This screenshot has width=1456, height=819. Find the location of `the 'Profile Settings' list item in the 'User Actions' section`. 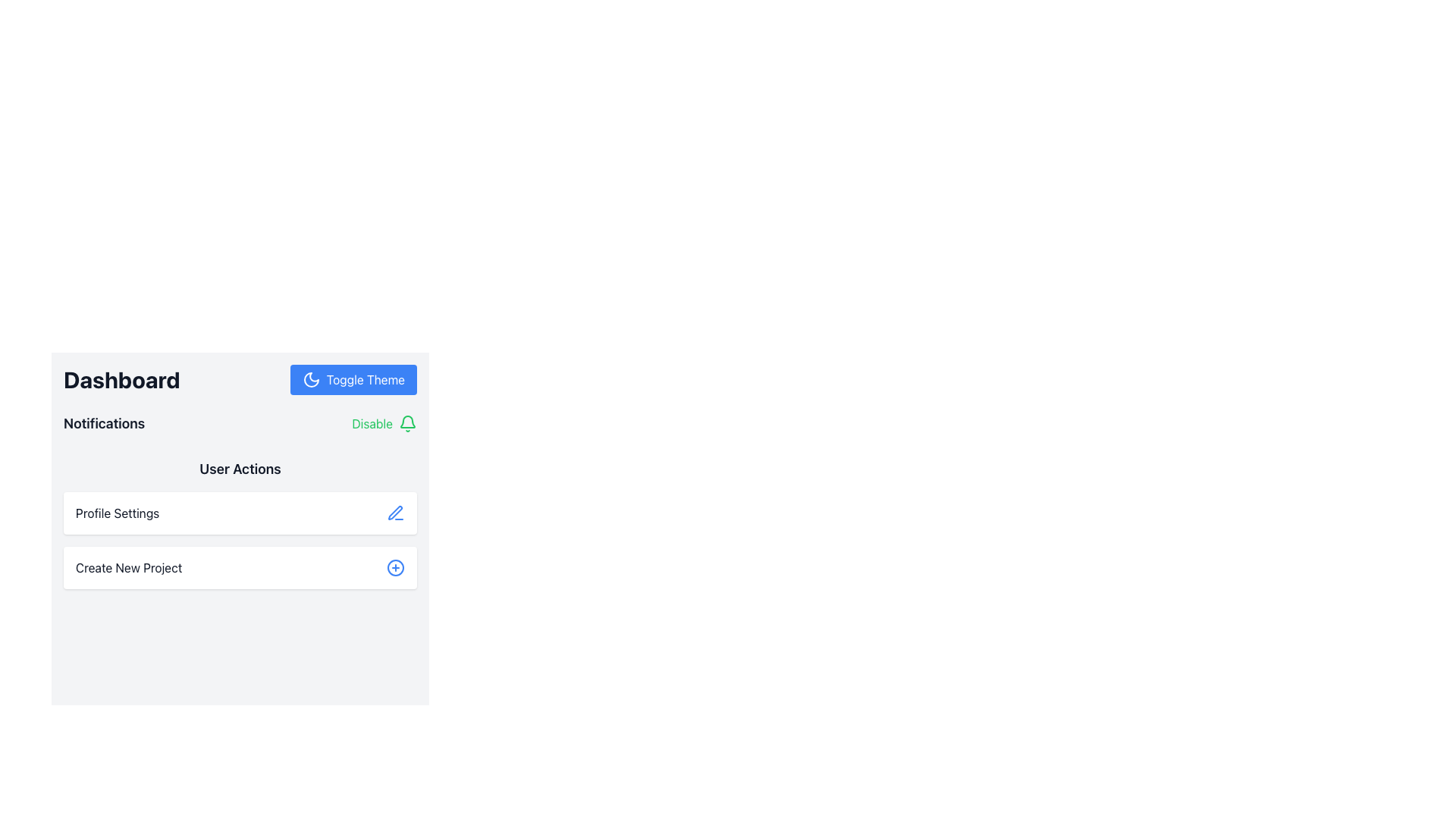

the 'Profile Settings' list item in the 'User Actions' section is located at coordinates (239, 522).